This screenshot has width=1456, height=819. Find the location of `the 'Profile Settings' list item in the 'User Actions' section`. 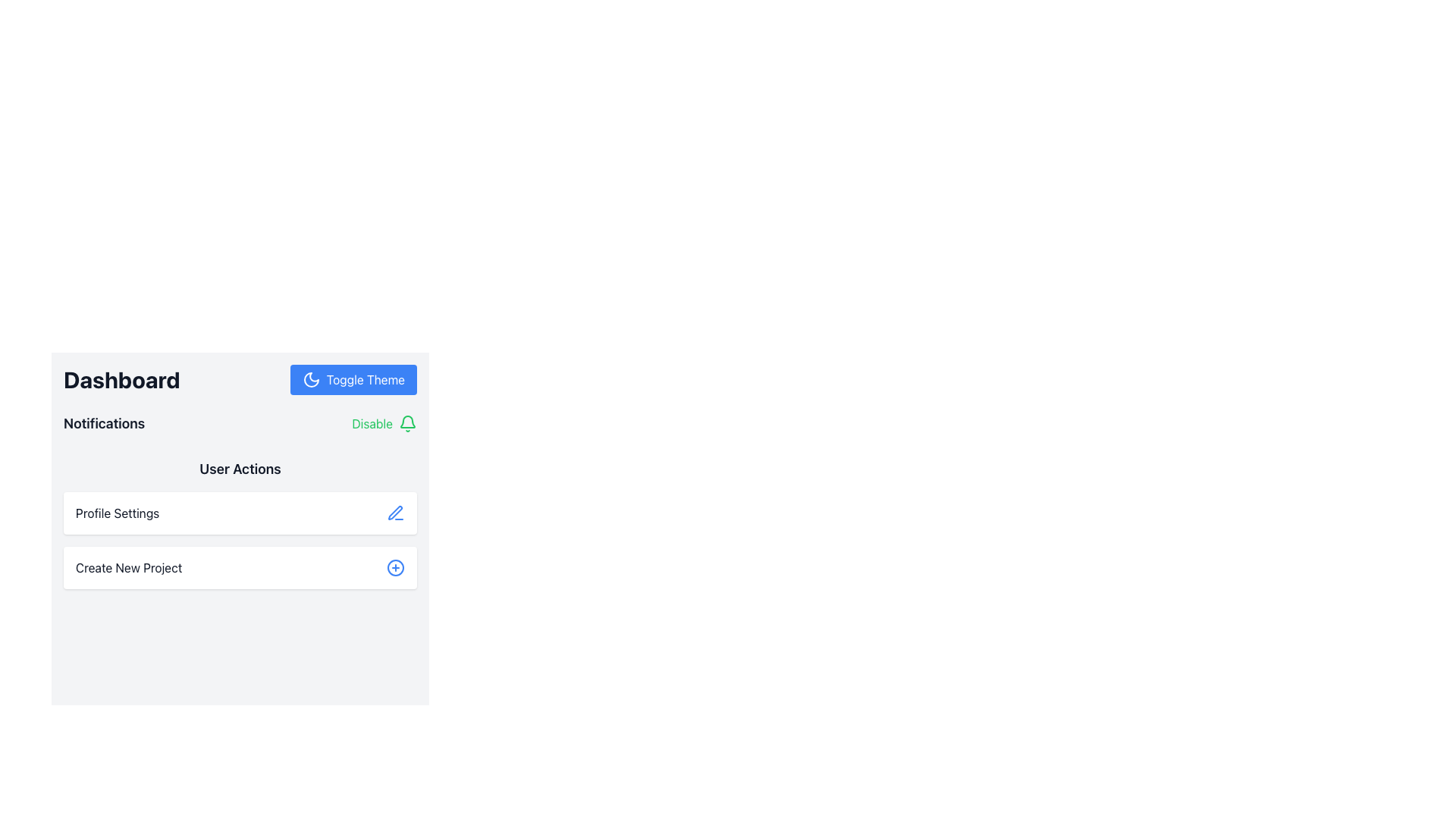

the 'Profile Settings' list item in the 'User Actions' section is located at coordinates (239, 522).